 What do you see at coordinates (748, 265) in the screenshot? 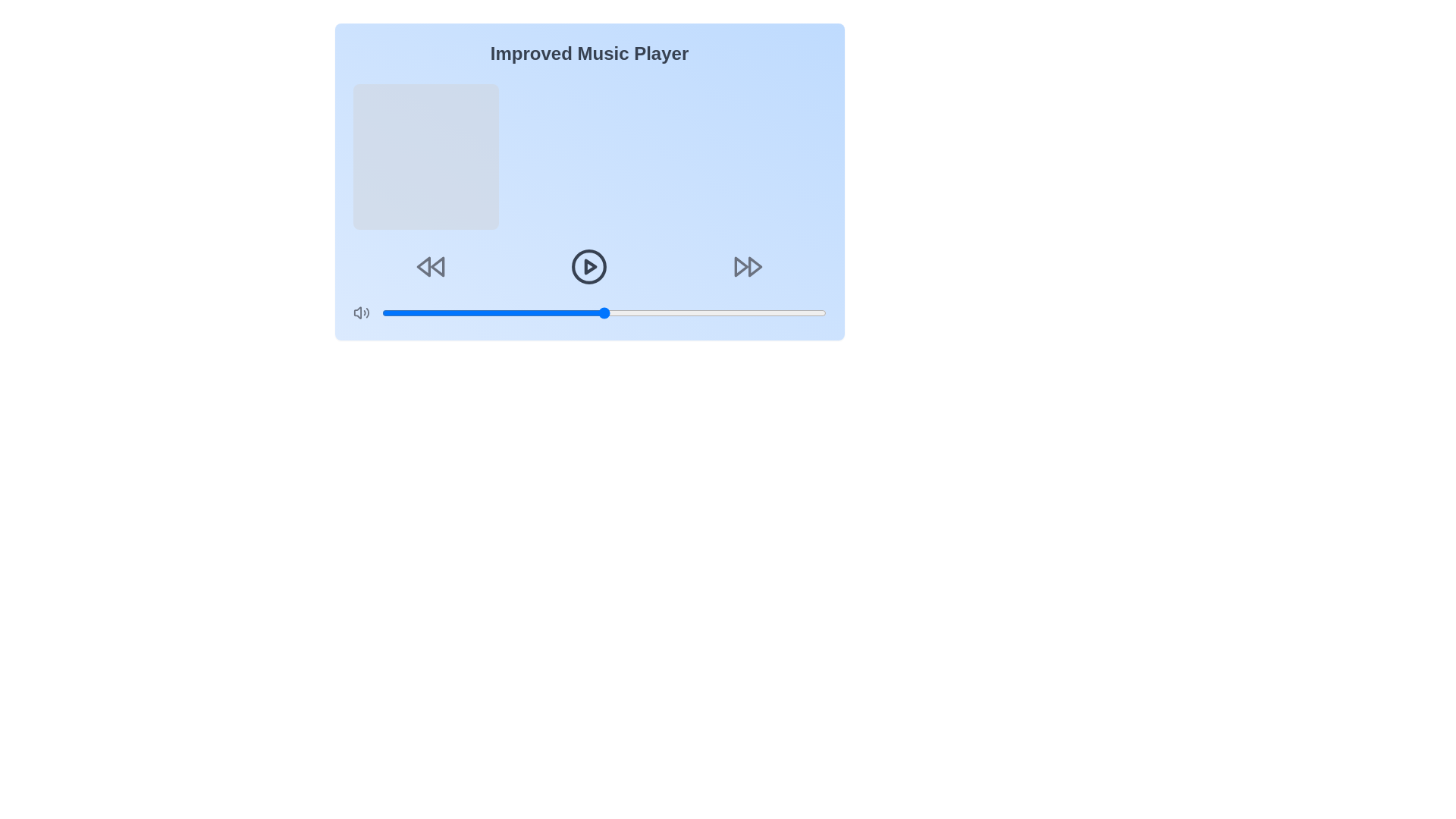
I see `the 'fast forward' button located at the far right of the music player control icons to change its color` at bounding box center [748, 265].